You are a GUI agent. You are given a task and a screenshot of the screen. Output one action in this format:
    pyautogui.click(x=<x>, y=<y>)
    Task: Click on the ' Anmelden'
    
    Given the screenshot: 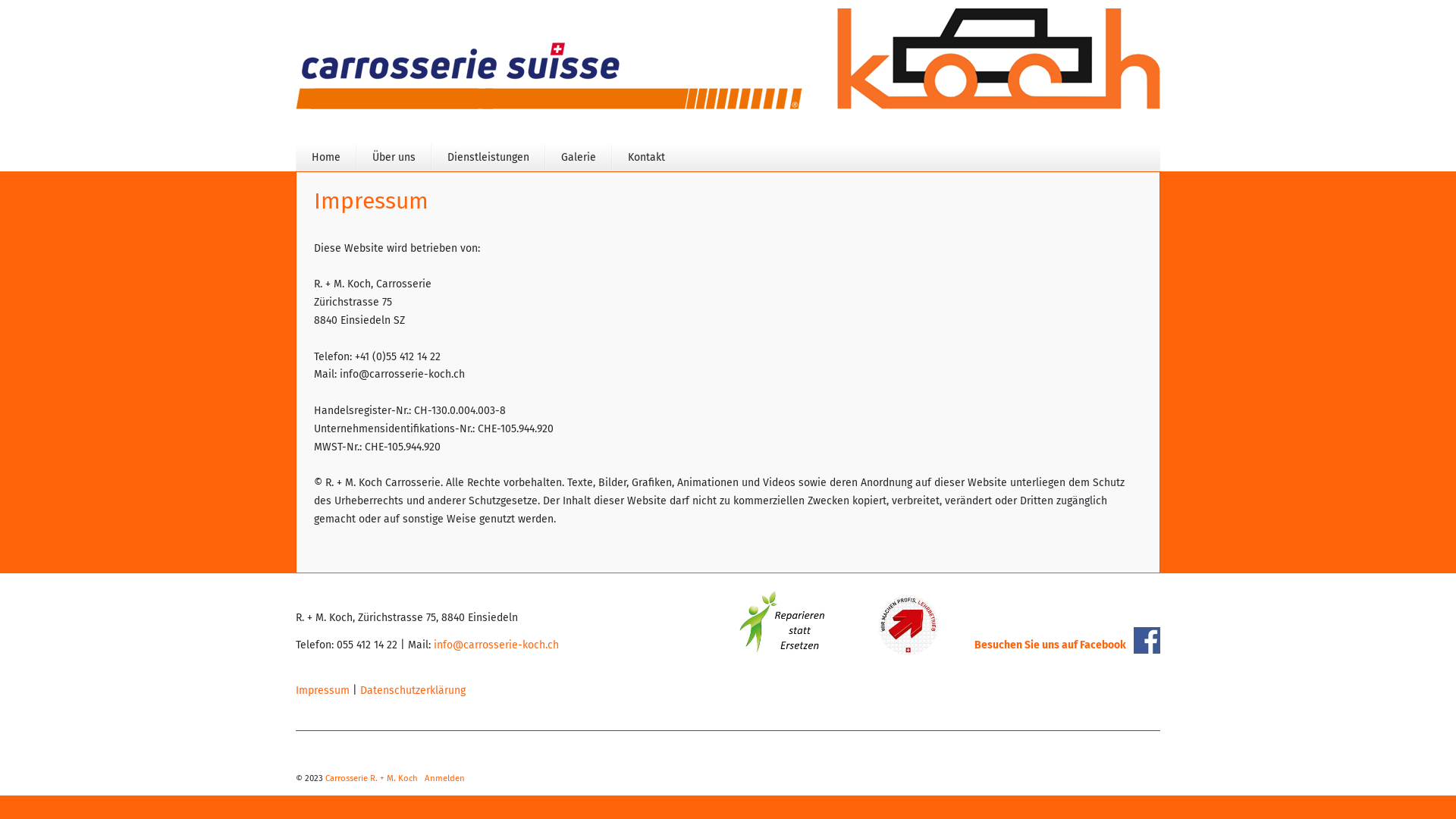 What is the action you would take?
    pyautogui.click(x=443, y=778)
    